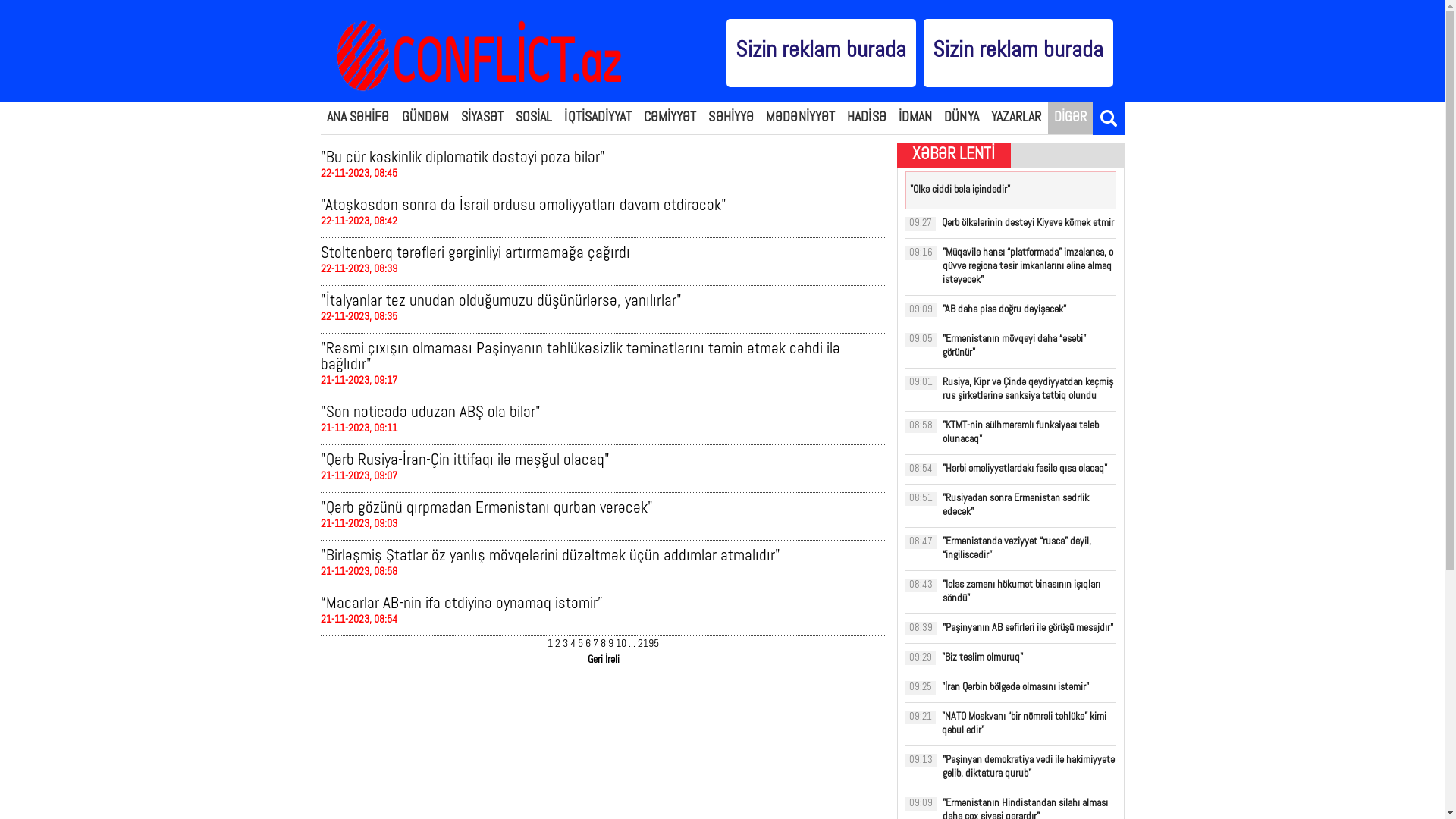 Image resolution: width=1456 pixels, height=819 pixels. What do you see at coordinates (564, 644) in the screenshot?
I see `'3'` at bounding box center [564, 644].